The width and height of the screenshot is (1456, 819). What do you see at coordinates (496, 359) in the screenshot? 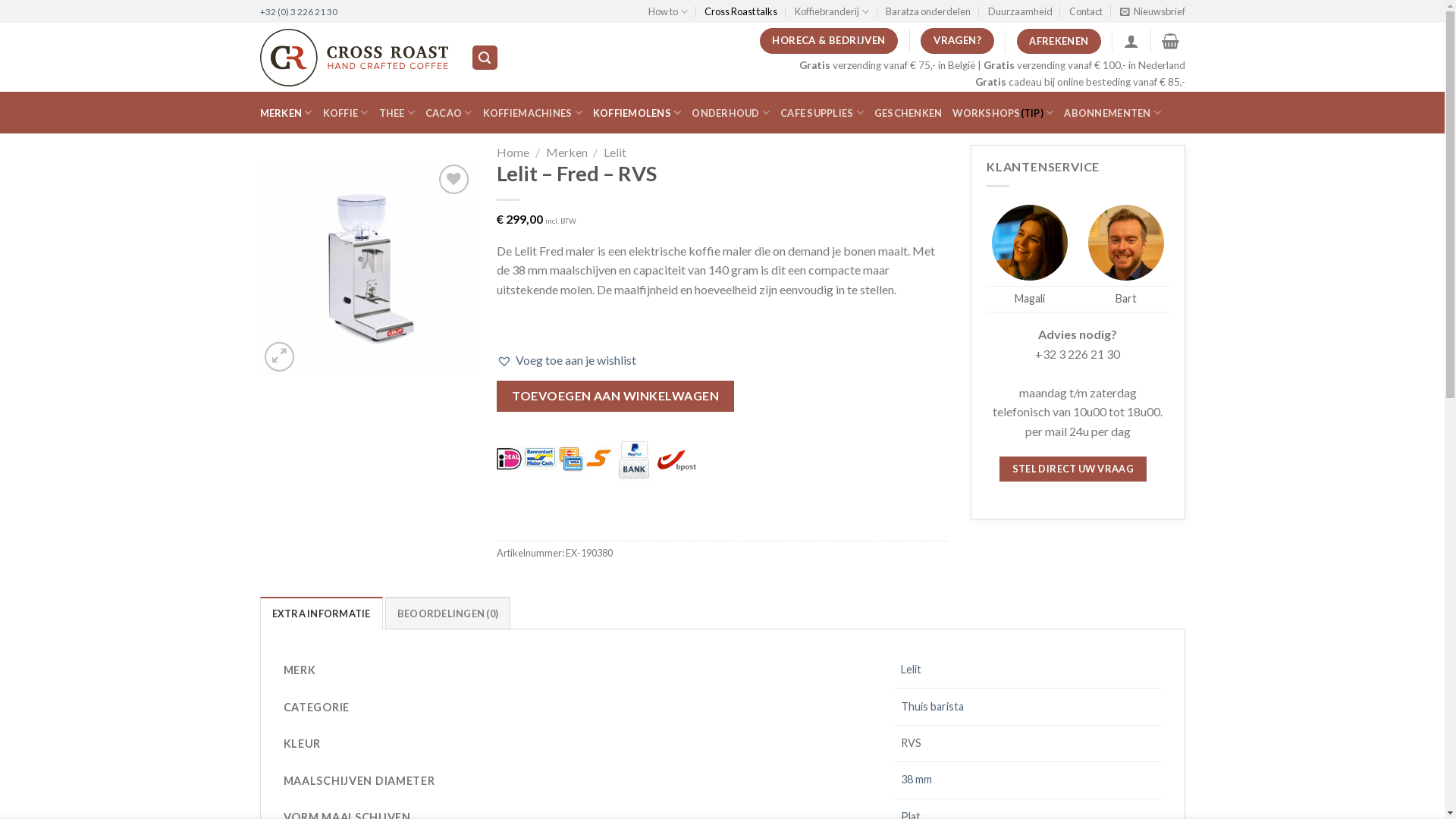
I see `'Voeg toe aan je wishlist'` at bounding box center [496, 359].